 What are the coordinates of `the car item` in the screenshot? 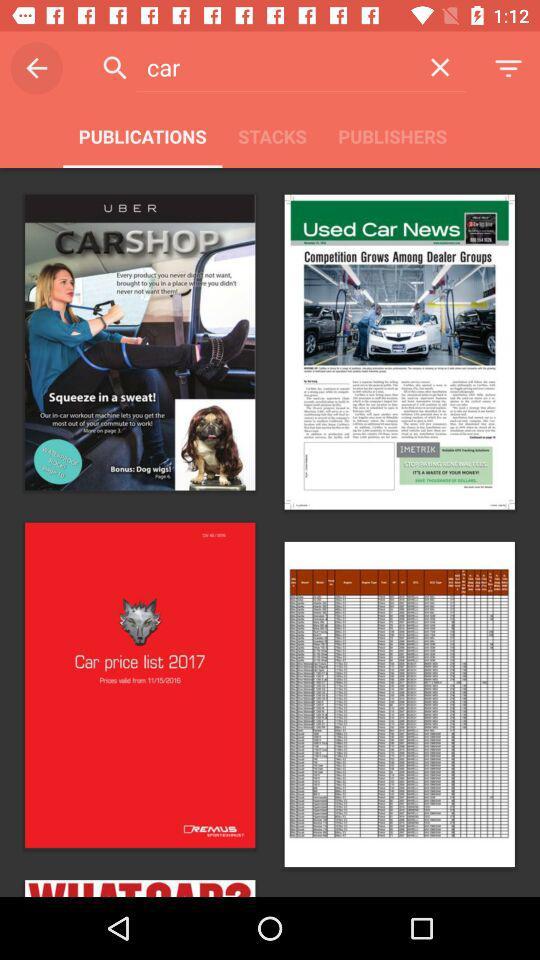 It's located at (274, 67).